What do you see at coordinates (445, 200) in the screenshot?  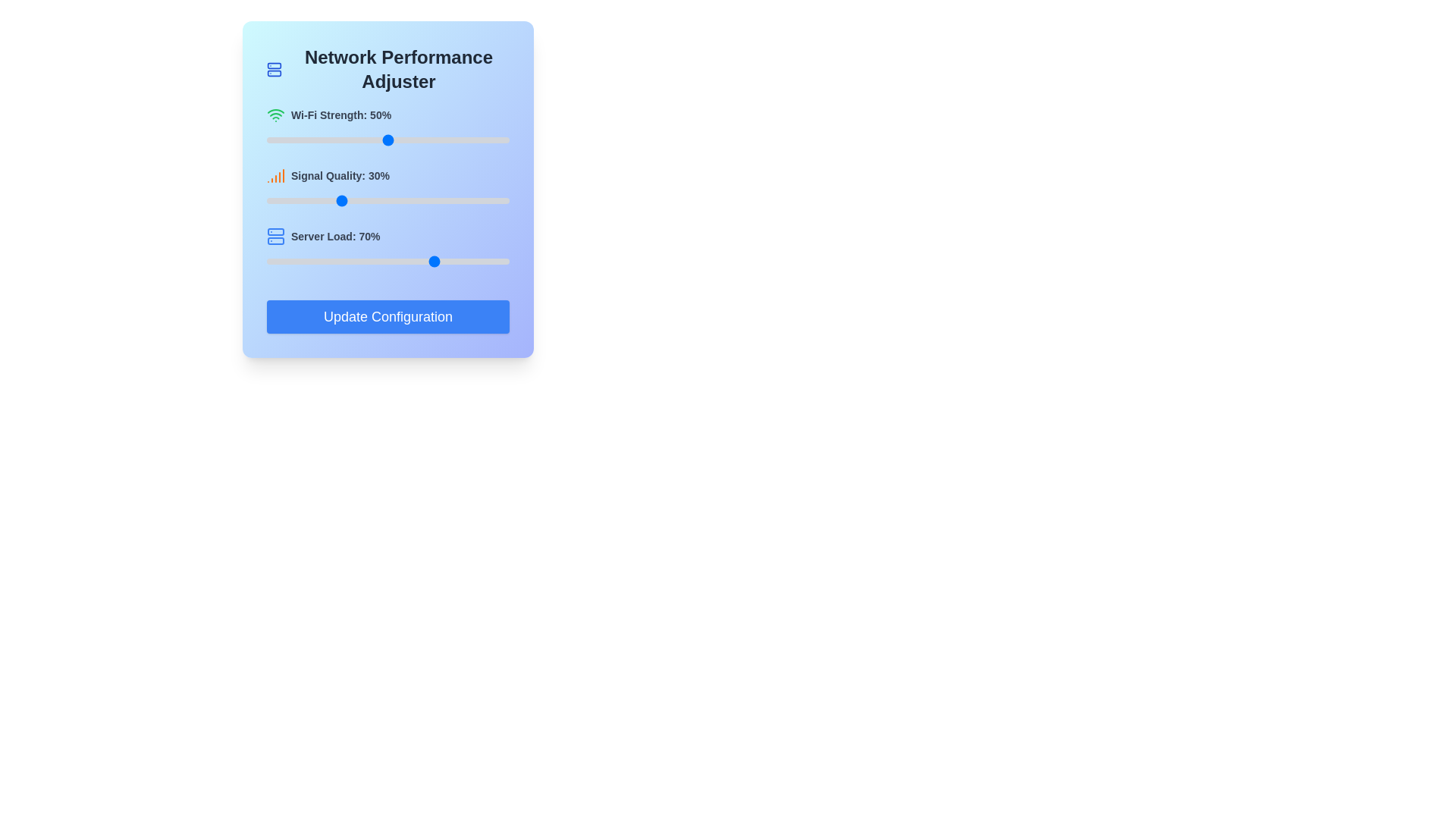 I see `the signal quality` at bounding box center [445, 200].